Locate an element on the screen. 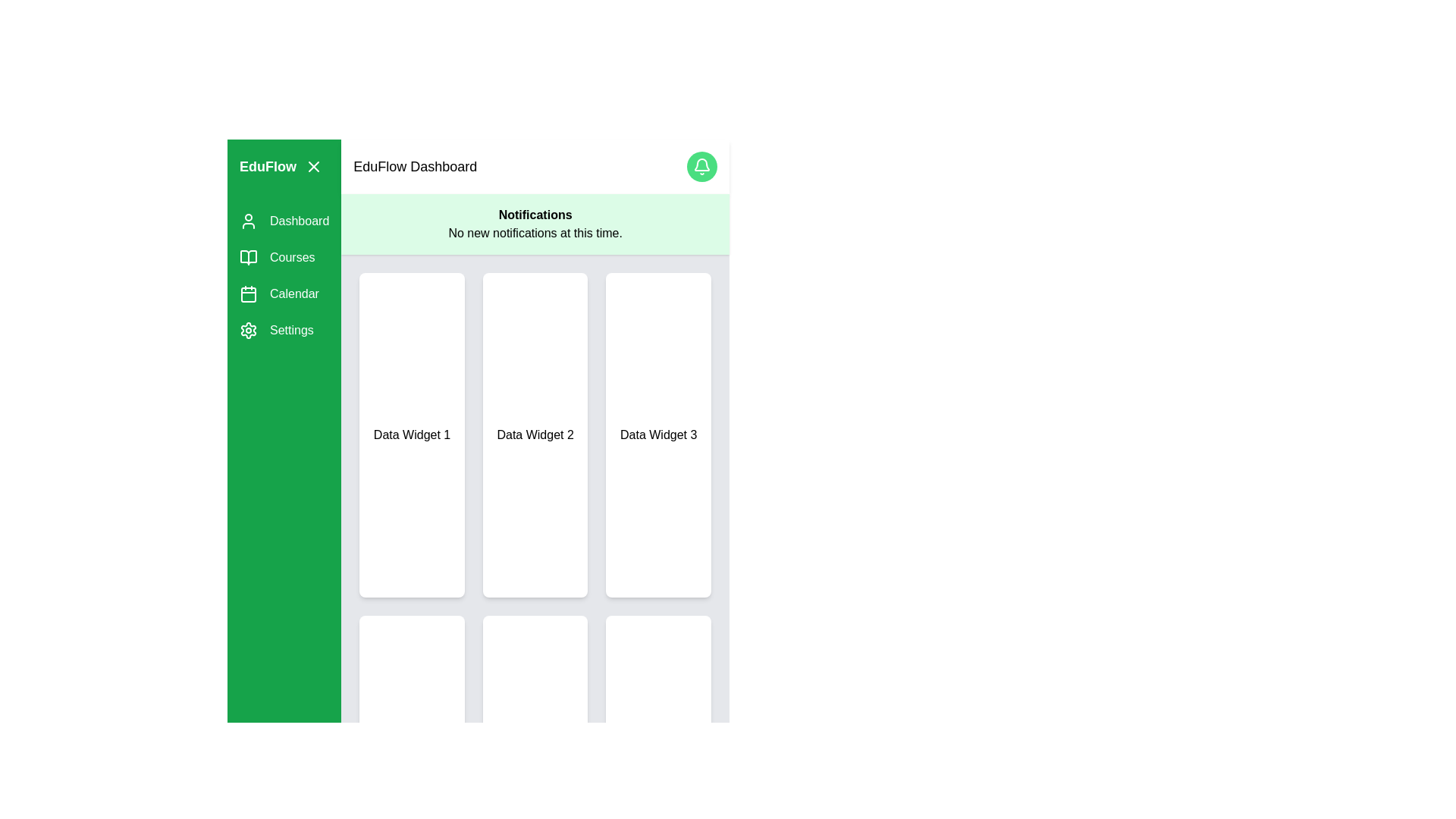 The image size is (1456, 819). the calendar navigation button located in the vertical menu bar on the left side, which is the third item from the top is located at coordinates (284, 294).